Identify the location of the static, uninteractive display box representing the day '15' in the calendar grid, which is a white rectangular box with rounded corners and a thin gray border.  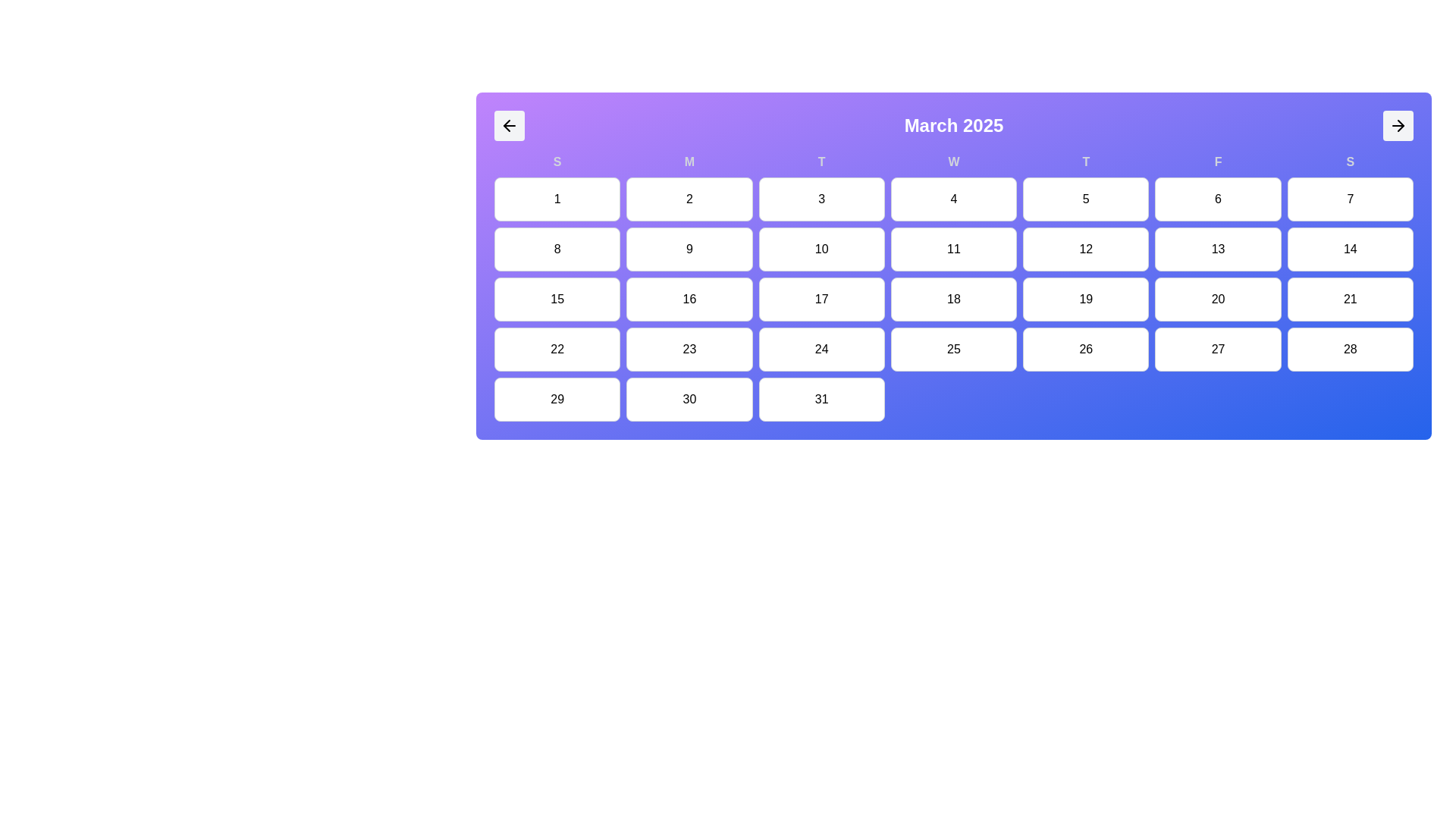
(557, 299).